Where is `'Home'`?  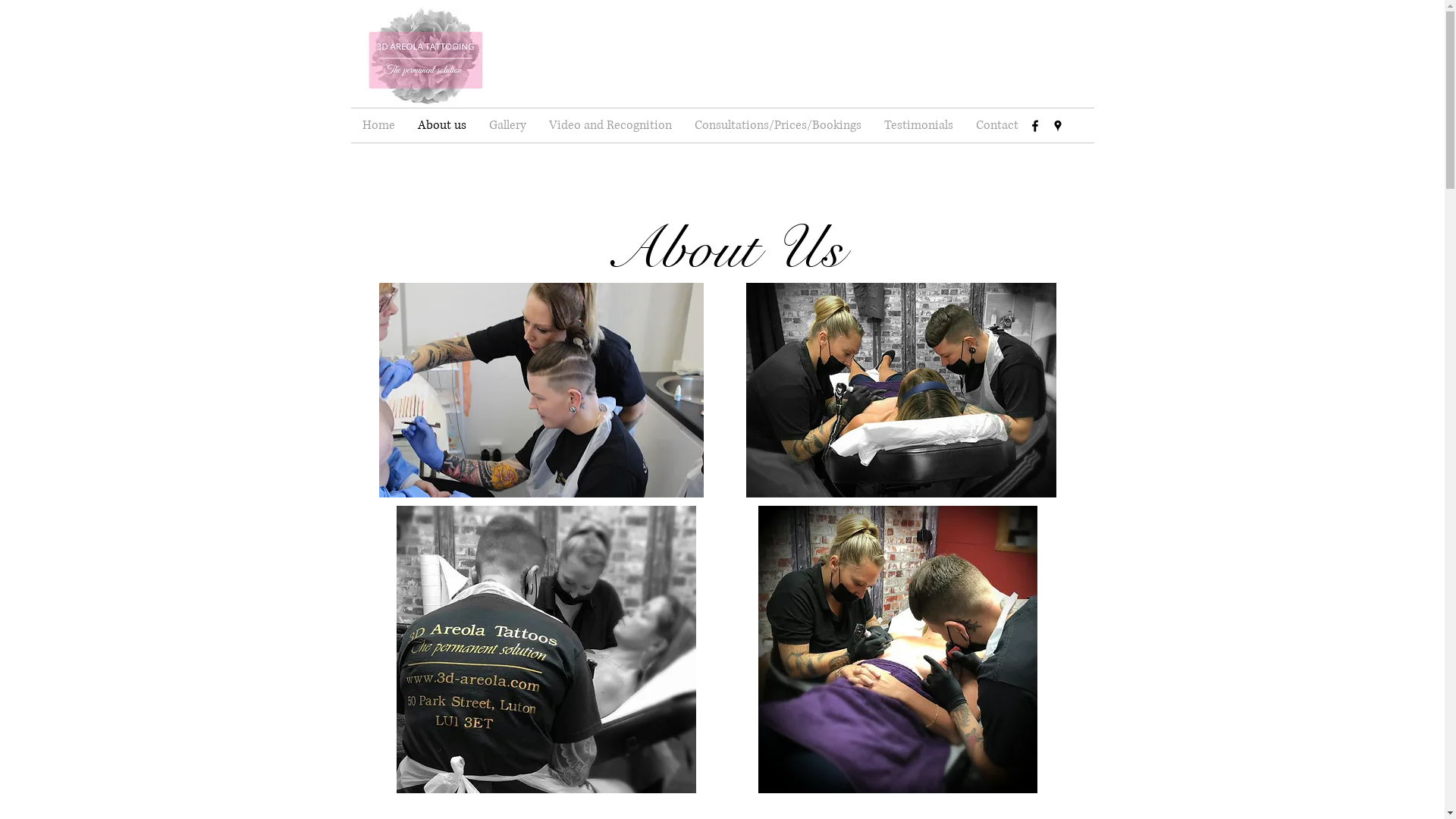
'Home' is located at coordinates (378, 124).